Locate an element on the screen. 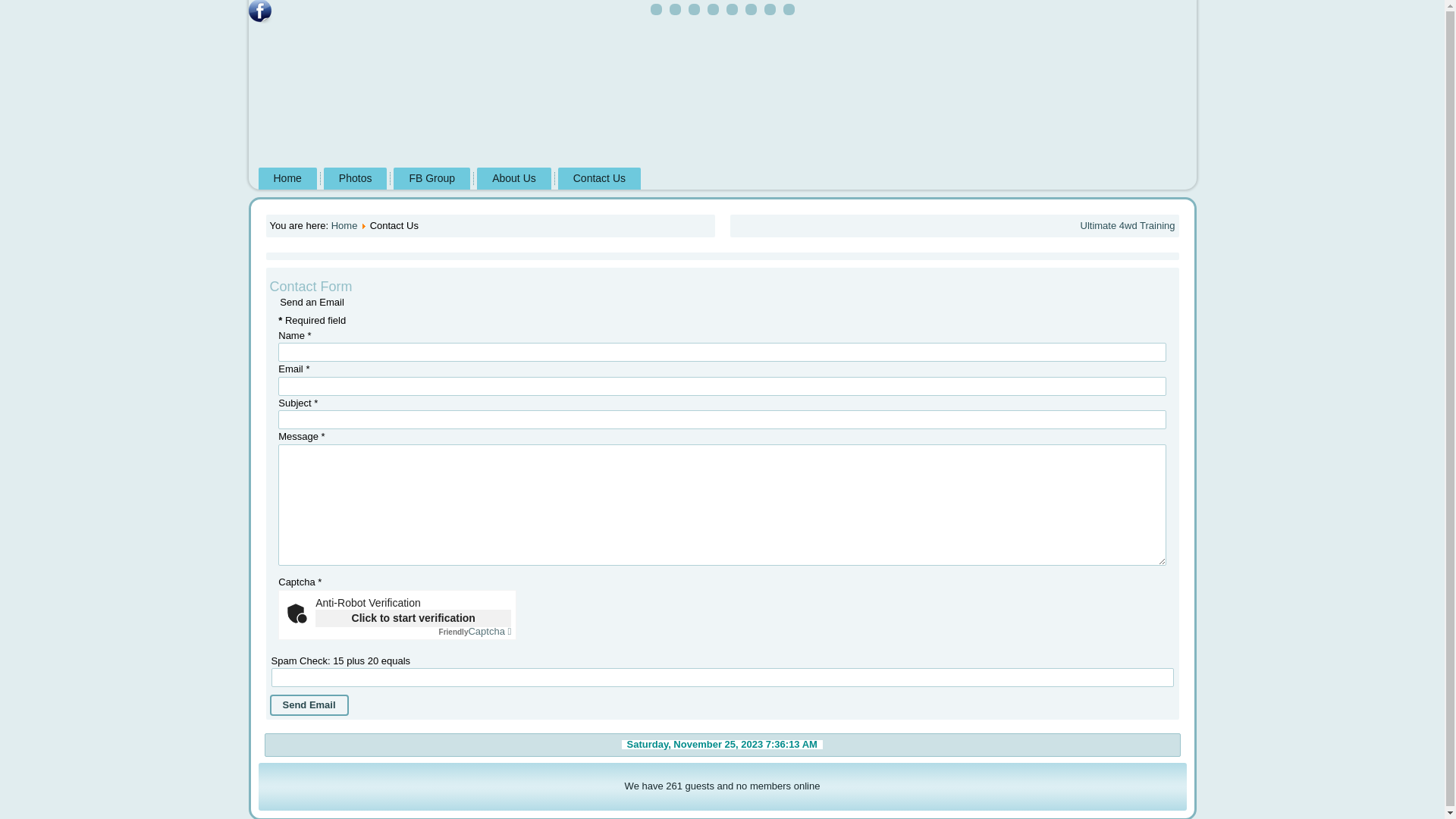 The width and height of the screenshot is (1456, 819). 'Send Email' is located at coordinates (309, 704).